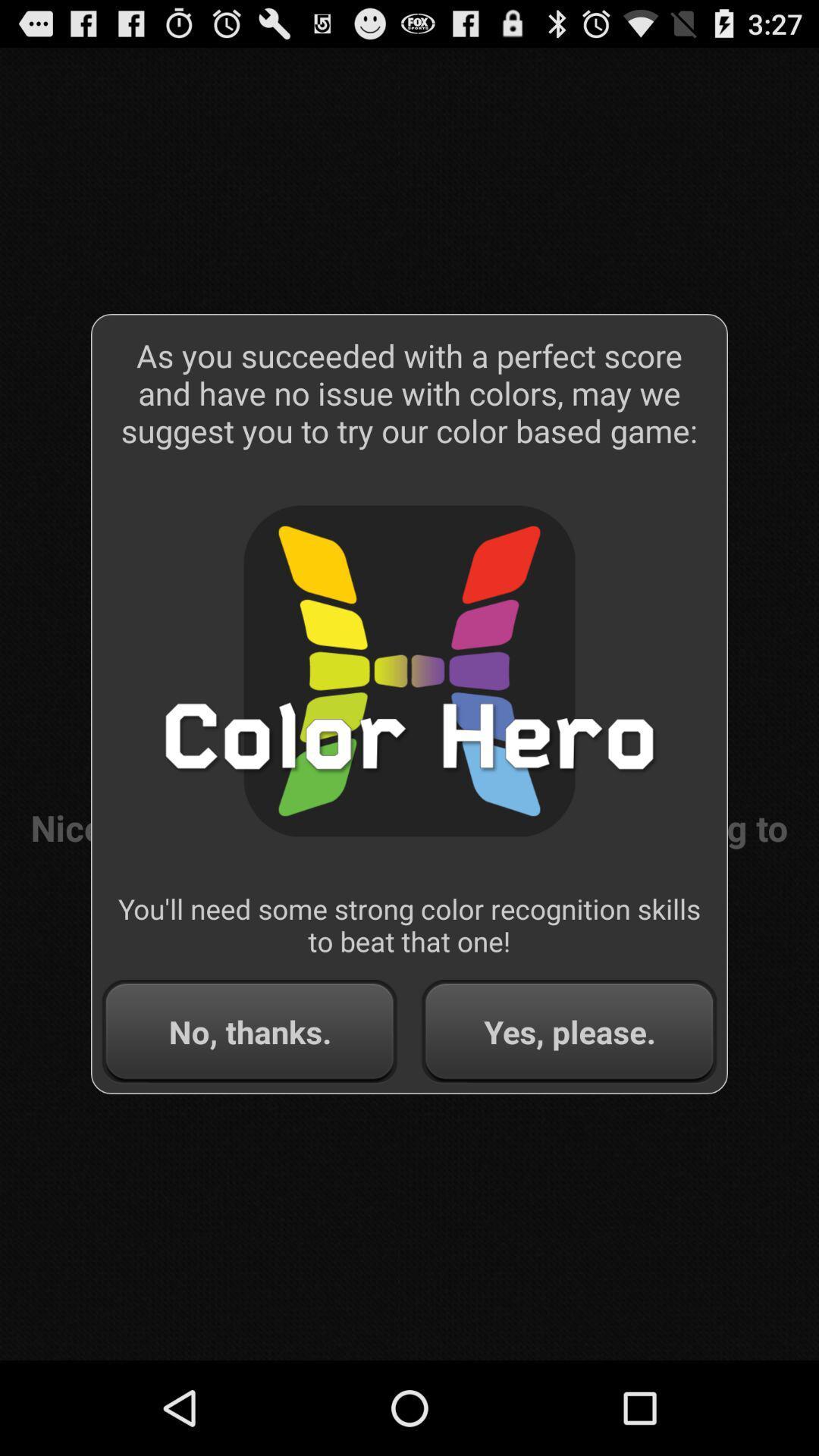  What do you see at coordinates (569, 1031) in the screenshot?
I see `the item to the right of no, thanks. button` at bounding box center [569, 1031].